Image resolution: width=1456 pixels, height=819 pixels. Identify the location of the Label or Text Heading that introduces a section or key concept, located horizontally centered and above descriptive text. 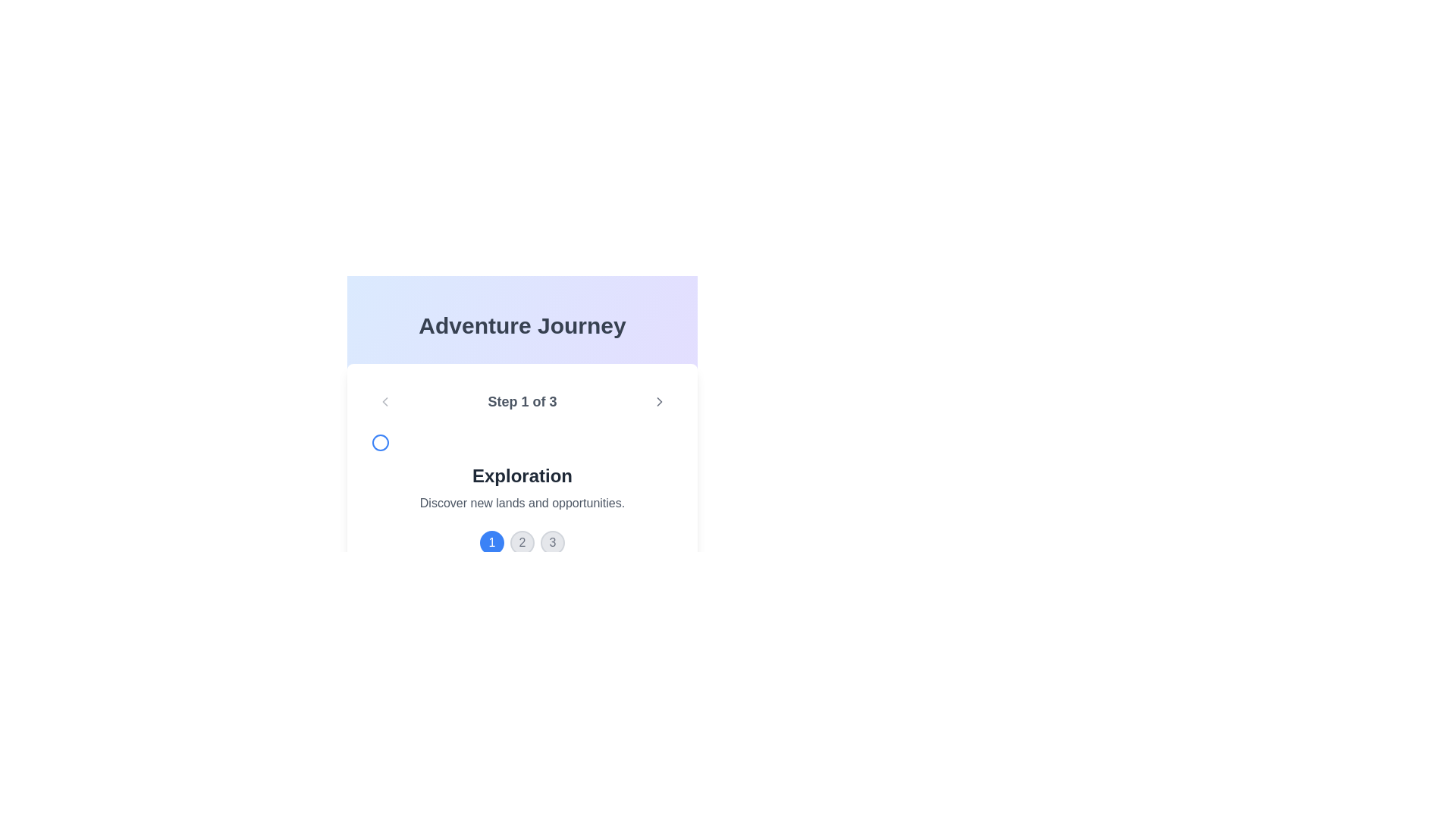
(522, 475).